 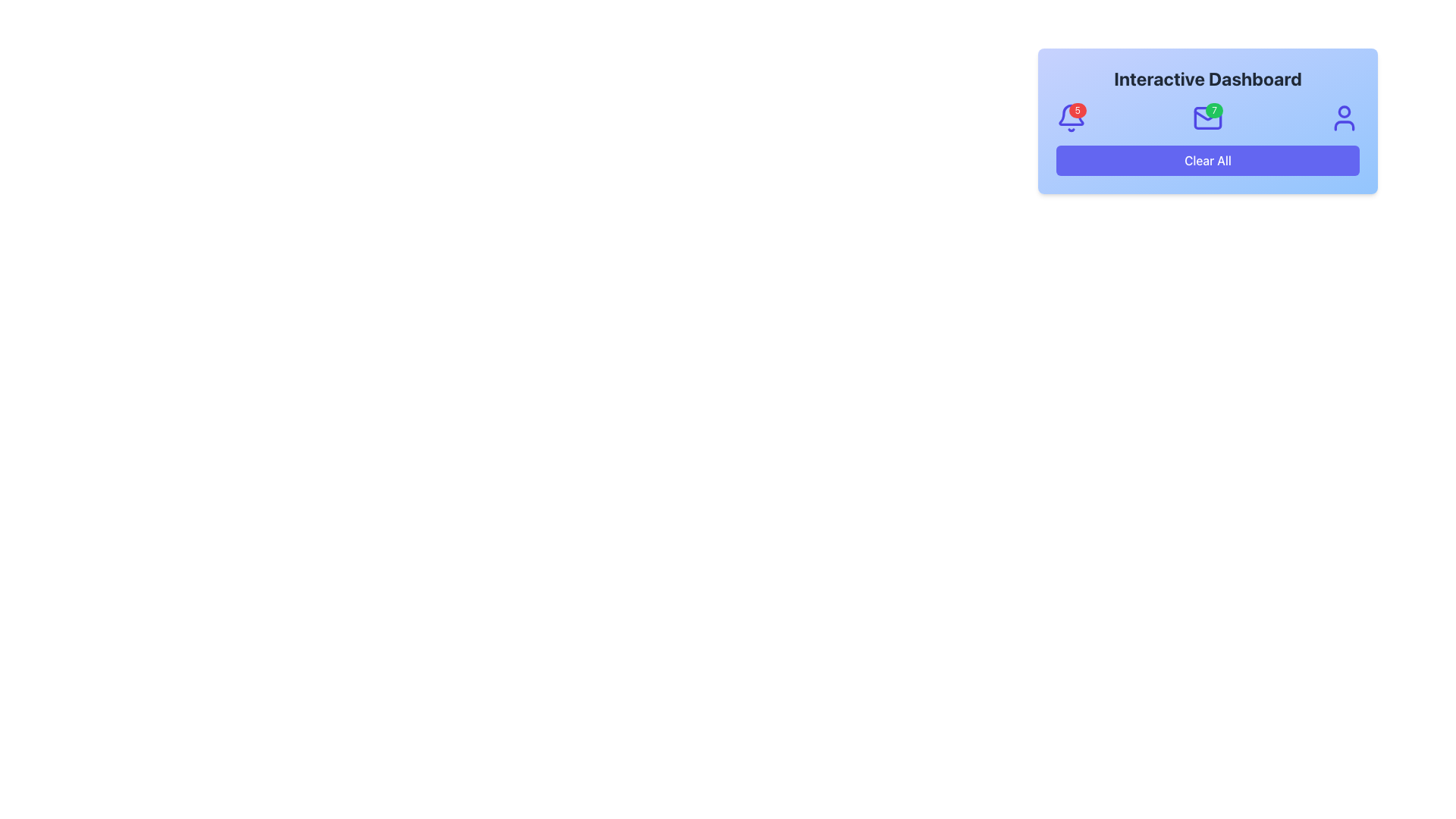 What do you see at coordinates (1207, 161) in the screenshot?
I see `the 'Clear All' button with a solid indigo background located at the bottom center of the card` at bounding box center [1207, 161].